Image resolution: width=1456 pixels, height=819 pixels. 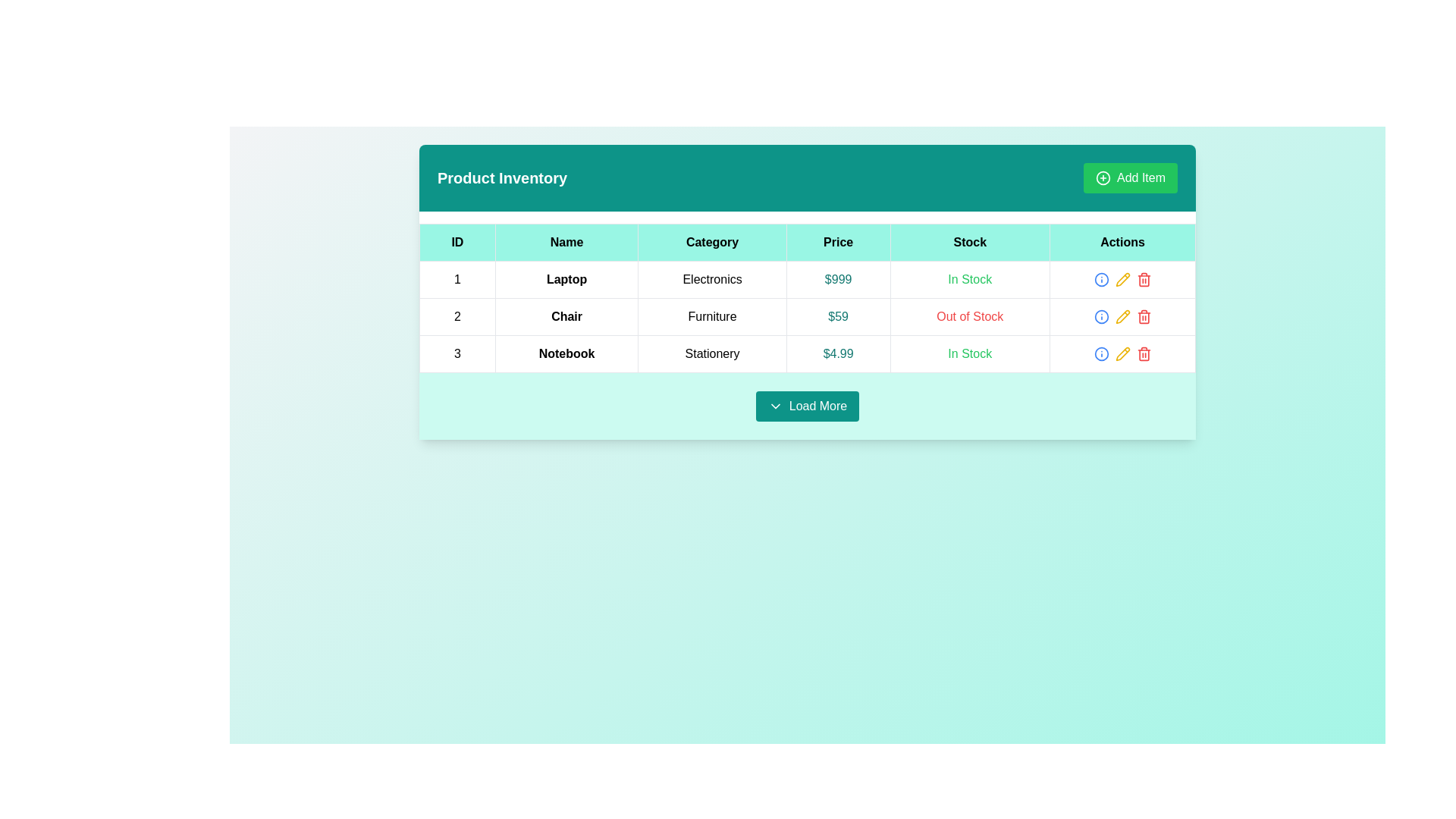 What do you see at coordinates (807, 406) in the screenshot?
I see `the 'Load More' button, which has a teal-green background, rounded edges, and white text with a downward arrow icon` at bounding box center [807, 406].